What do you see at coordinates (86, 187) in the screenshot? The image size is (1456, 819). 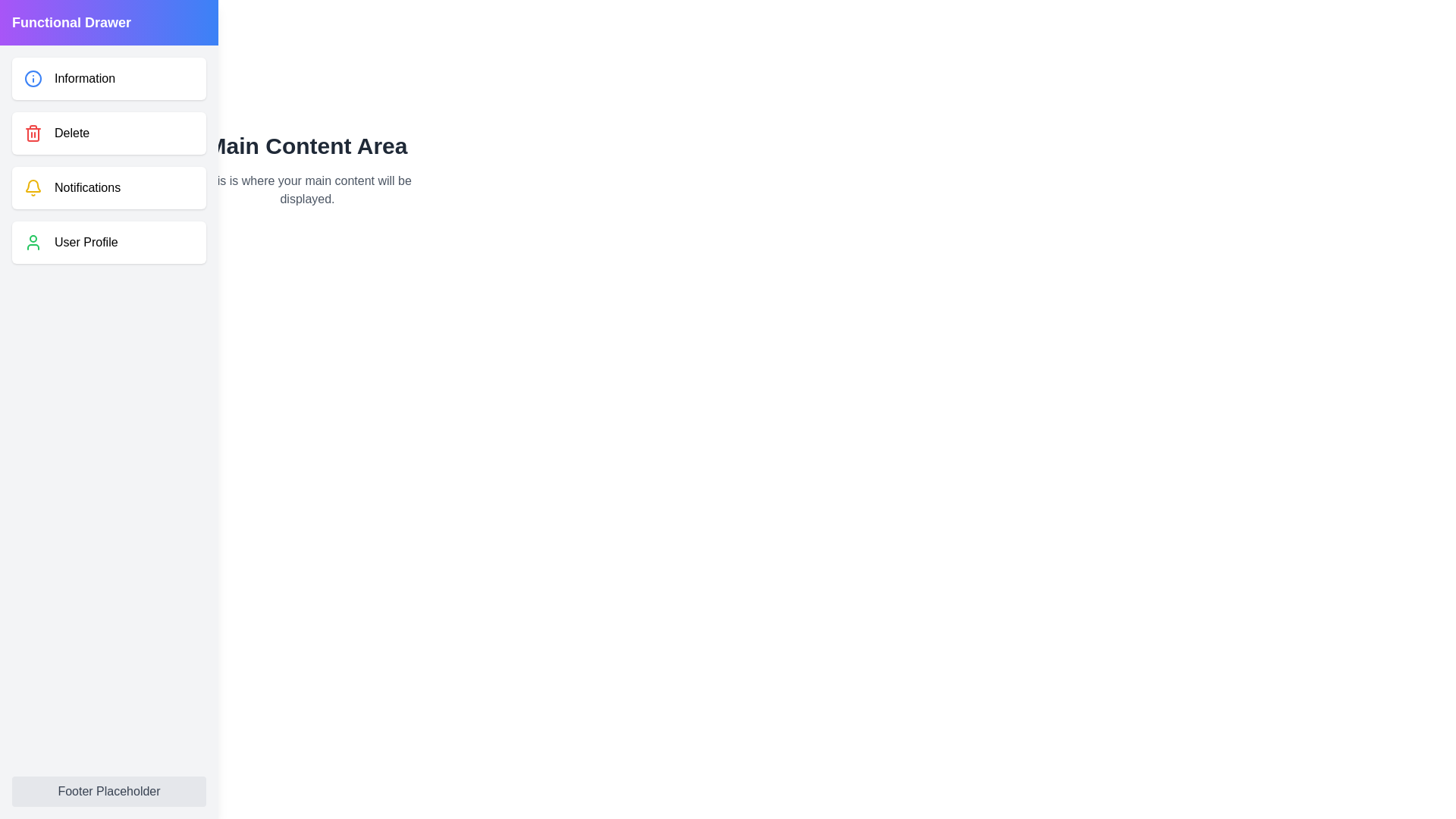 I see `the 'Notifications' text label` at bounding box center [86, 187].